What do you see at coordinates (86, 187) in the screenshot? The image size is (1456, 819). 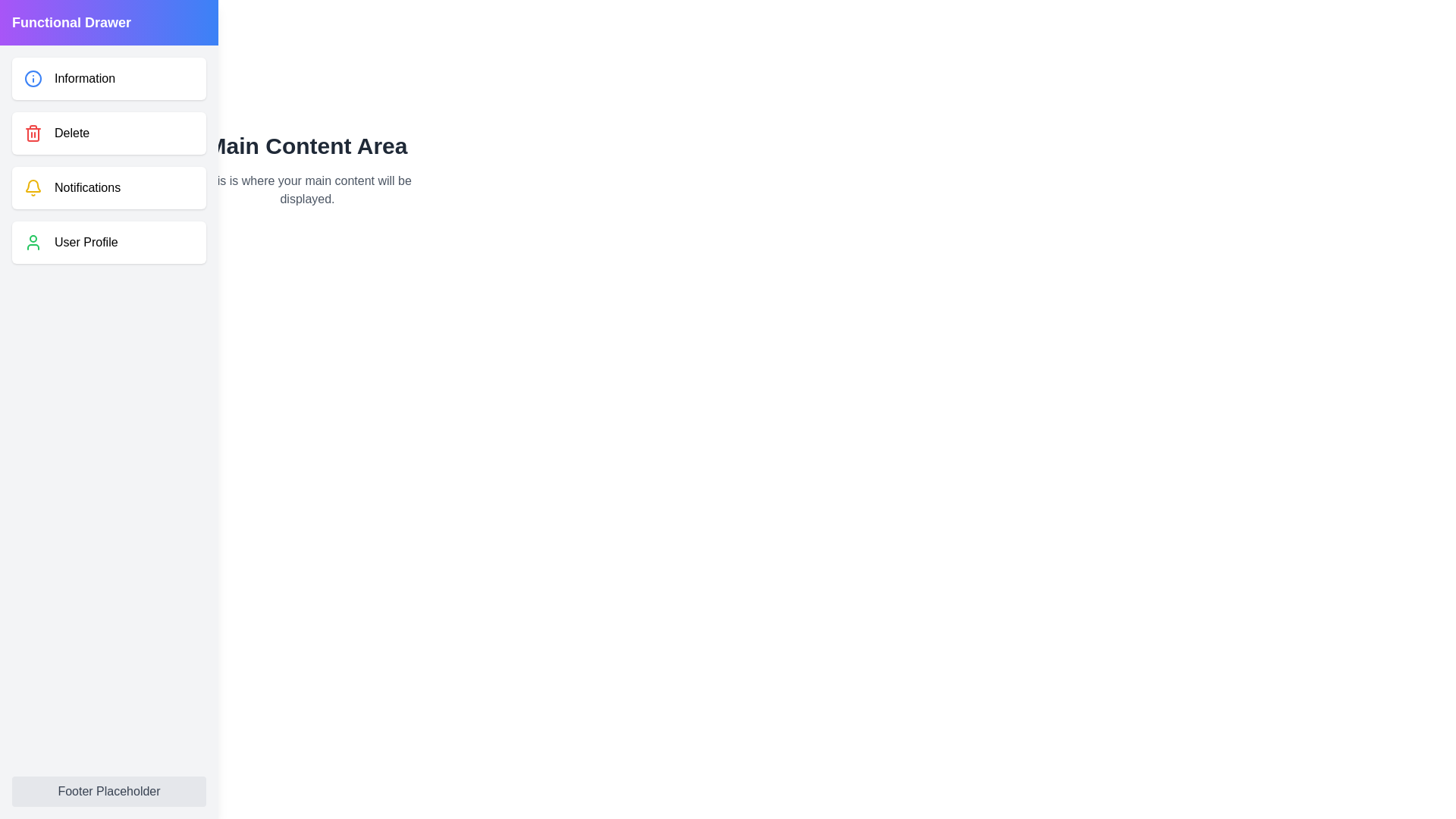 I see `the 'Notifications' text label` at bounding box center [86, 187].